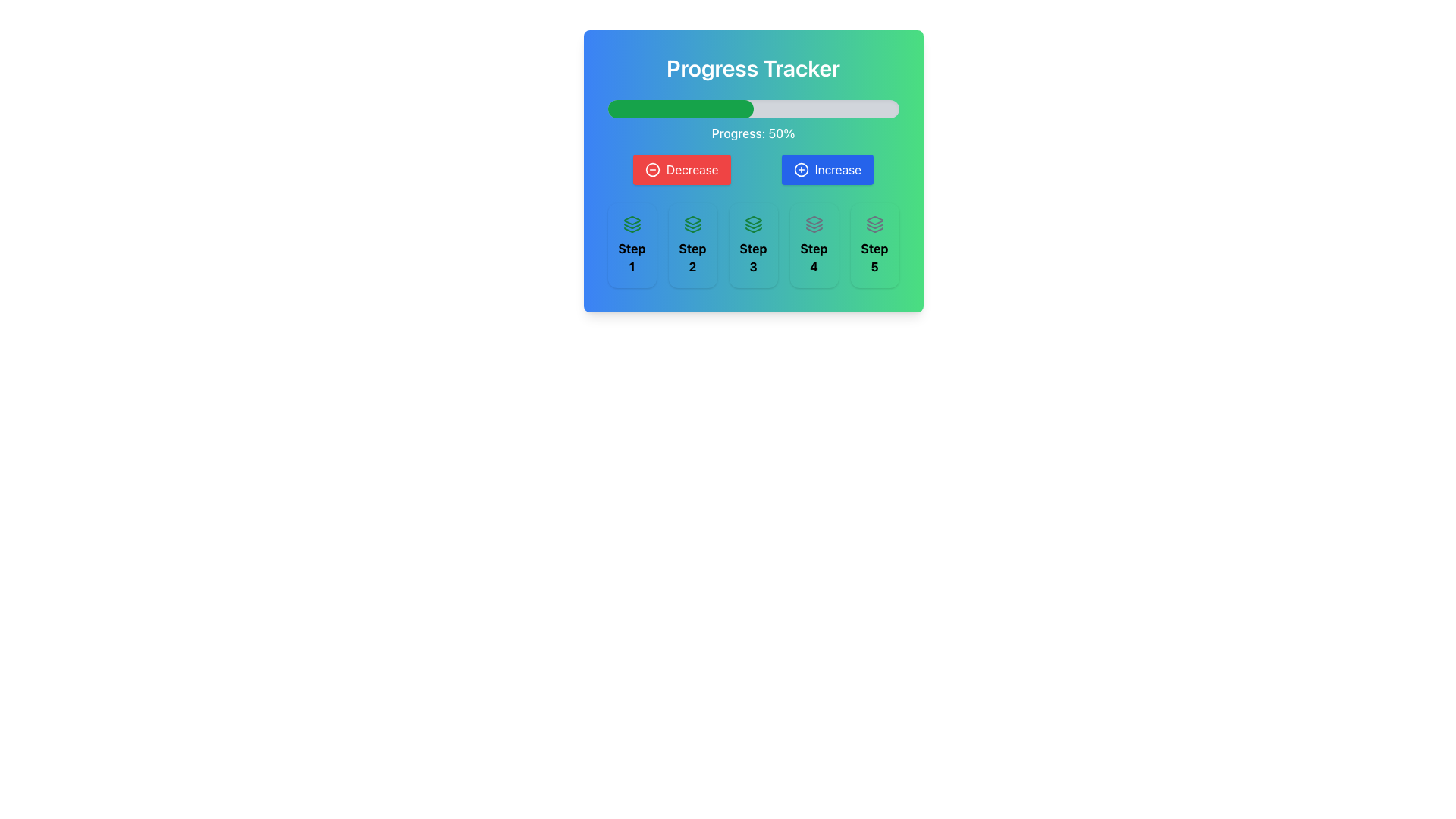  Describe the element at coordinates (679, 108) in the screenshot. I see `the filled section of the progress bar that visually represents the current progress, located centrally within the progress tracking interface` at that location.